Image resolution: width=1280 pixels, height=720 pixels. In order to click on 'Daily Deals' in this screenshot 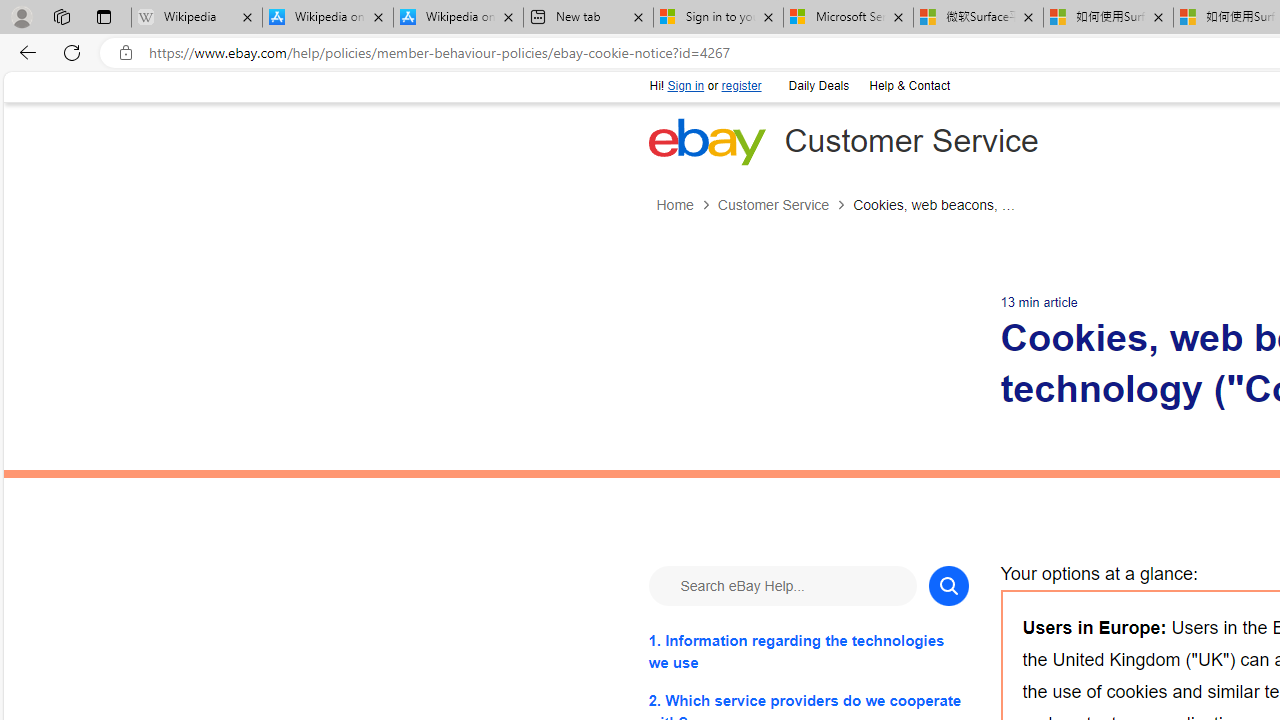, I will do `click(817, 83)`.